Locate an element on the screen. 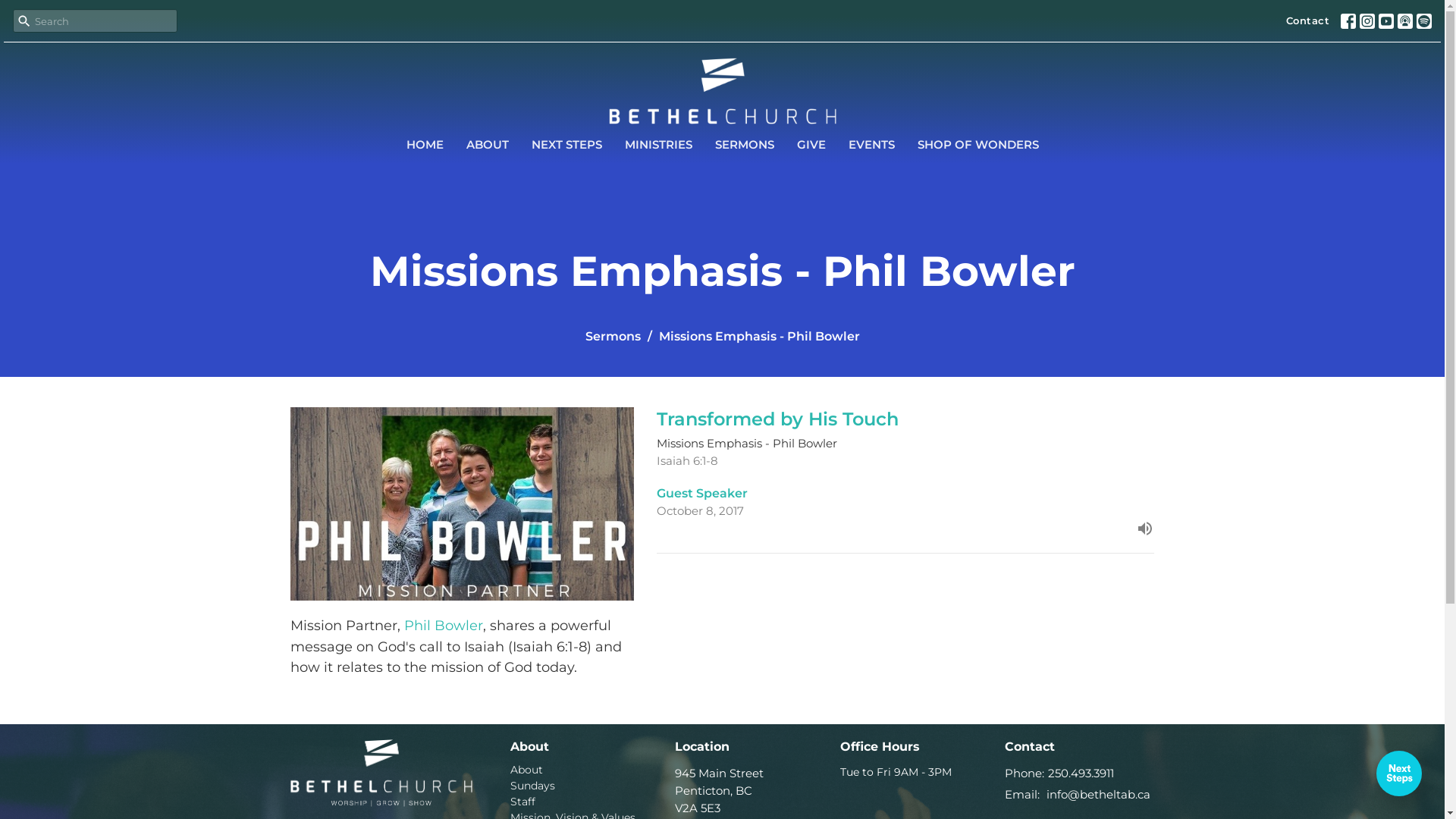 The image size is (1456, 819). 'Sundays' is located at coordinates (510, 785).